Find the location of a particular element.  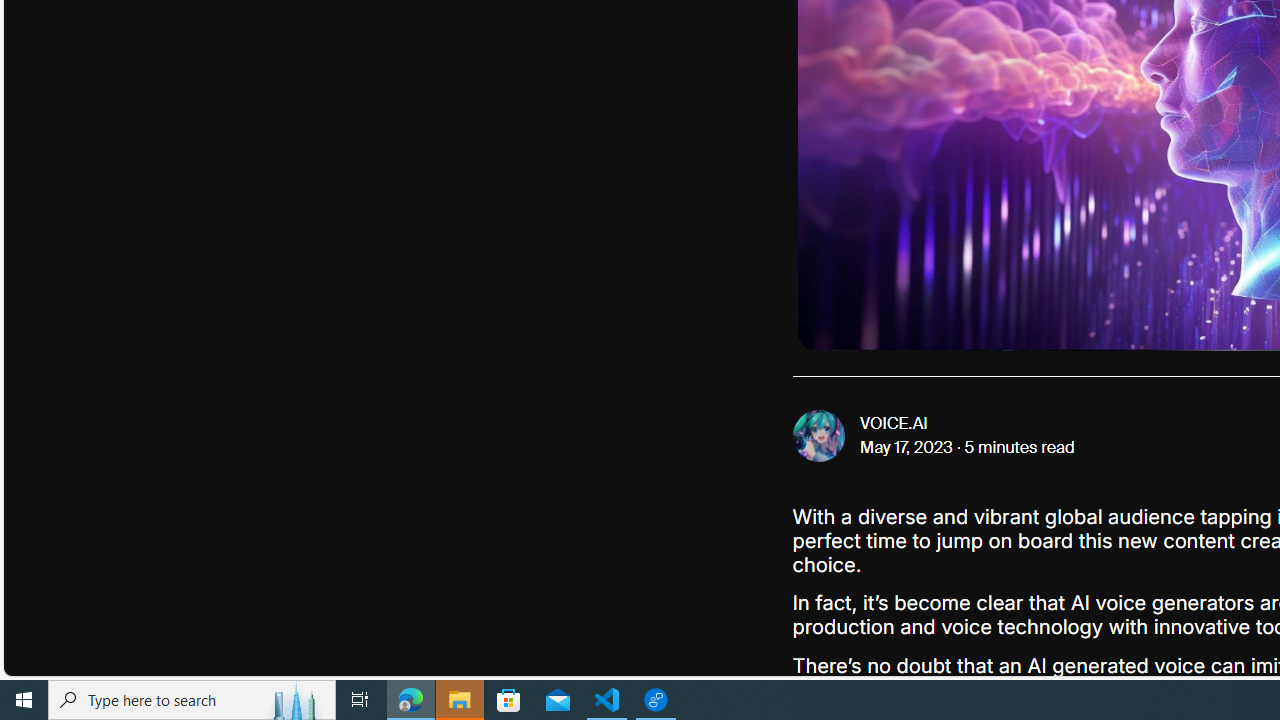

'VOICE.AI' is located at coordinates (893, 423).